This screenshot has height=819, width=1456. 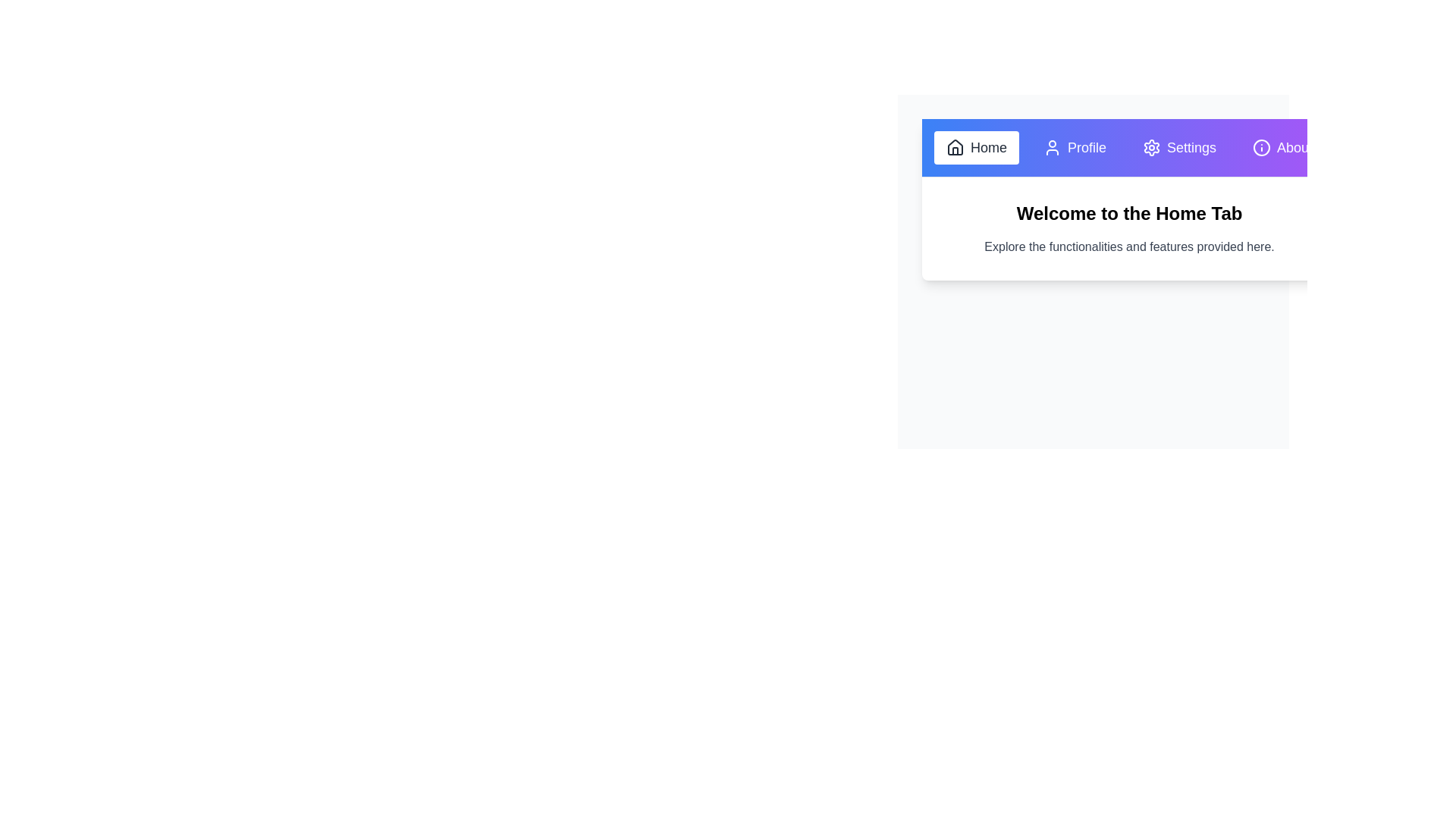 I want to click on the 'Settings' navigational button, which is the third button in the horizontal navigation bar, so click(x=1178, y=148).